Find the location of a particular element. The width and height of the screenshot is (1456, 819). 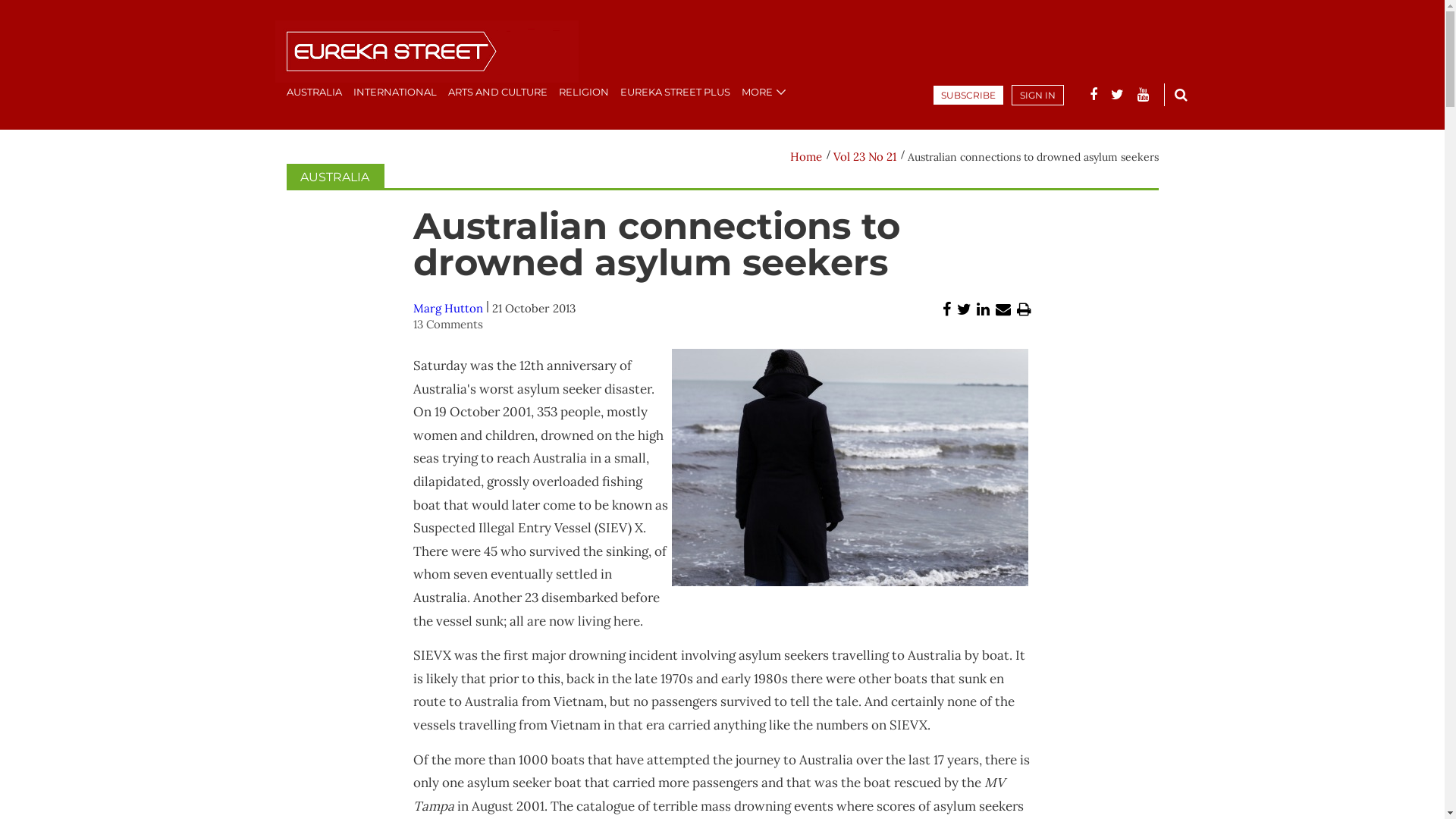

'Facebook' is located at coordinates (946, 309).